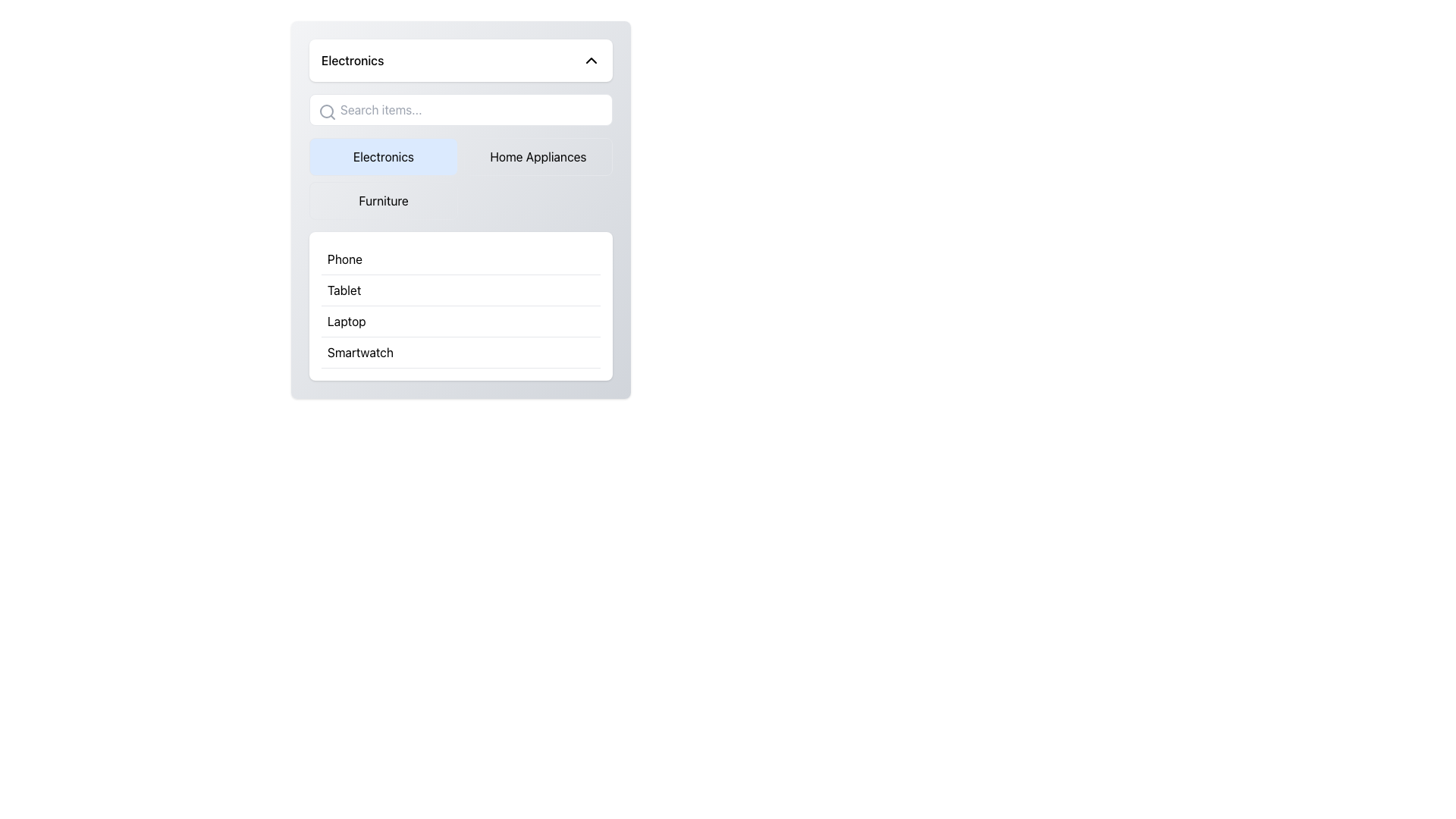 This screenshot has width=1456, height=819. I want to click on the 'Home Appliances' button, which is a rectangular button with black text on a light background, located in a grid layout above the 'Furniture' button and to the right of the 'Electronics' button, so click(538, 157).